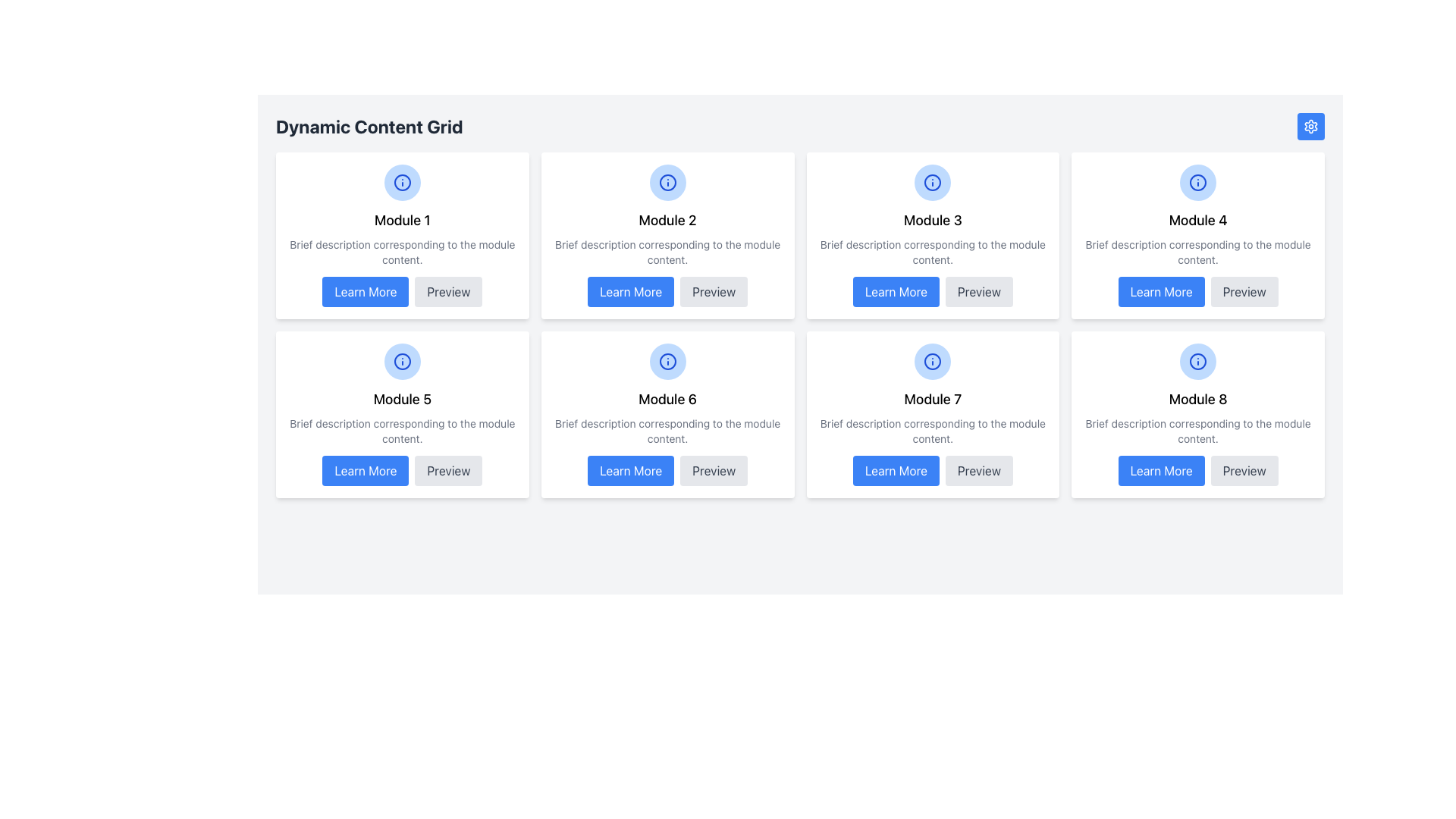  What do you see at coordinates (1197, 362) in the screenshot?
I see `the Information Icon located at the bottom-right corner of the eighth module, which is centered within a blue circular area` at bounding box center [1197, 362].